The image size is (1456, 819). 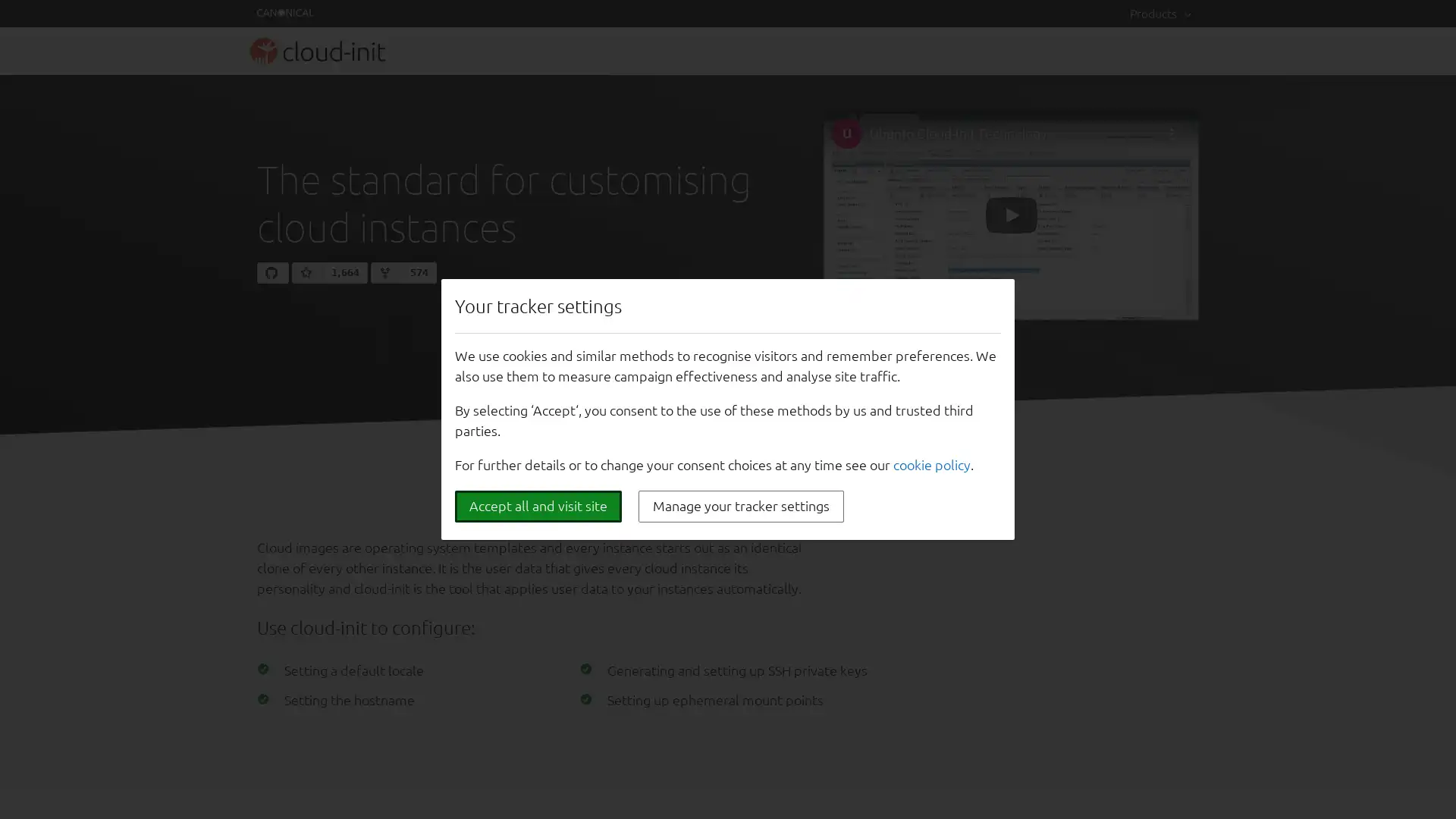 What do you see at coordinates (741, 506) in the screenshot?
I see `Manage your tracker settings` at bounding box center [741, 506].